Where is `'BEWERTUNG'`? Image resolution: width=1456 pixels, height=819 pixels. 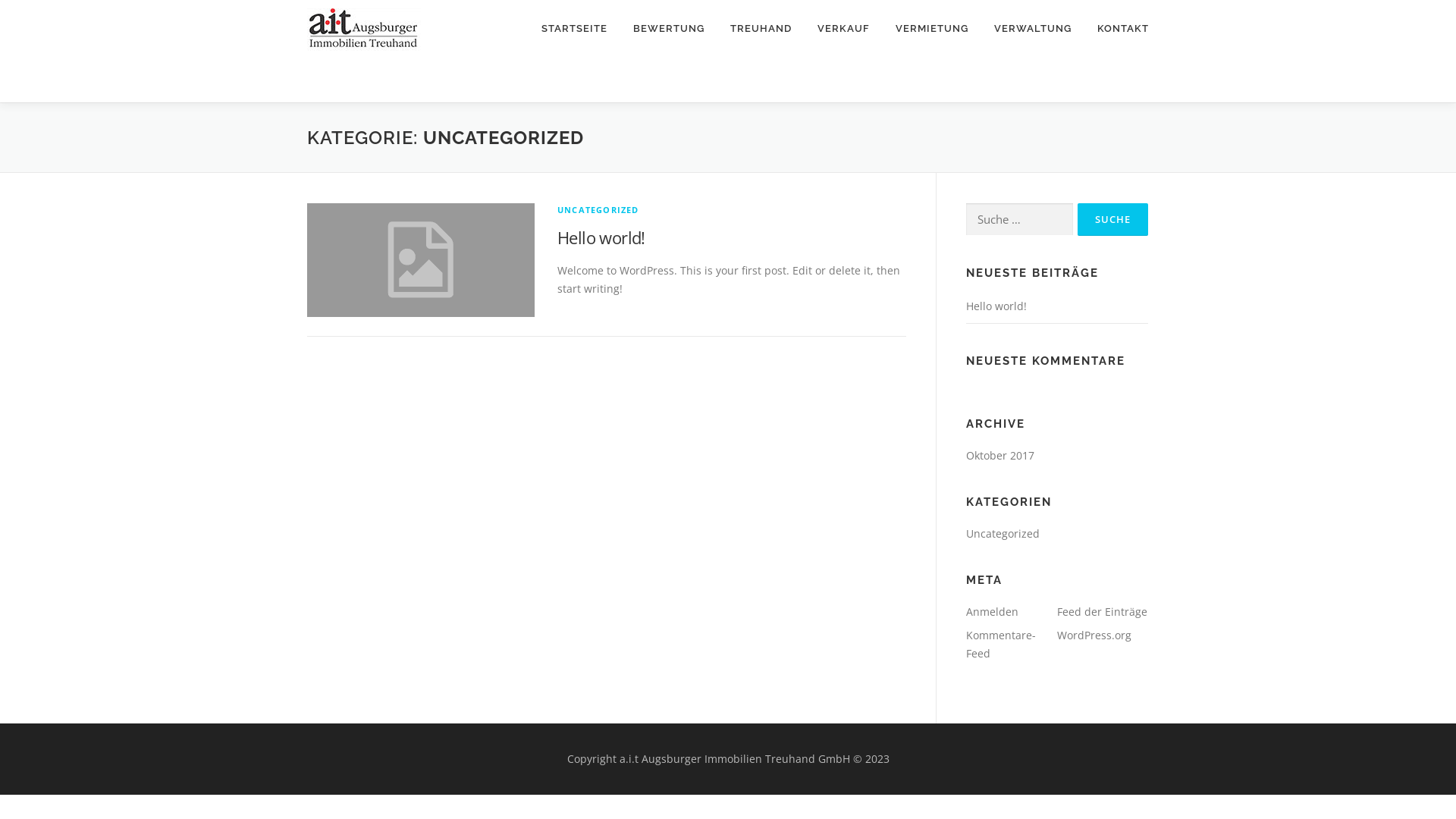
'BEWERTUNG' is located at coordinates (668, 28).